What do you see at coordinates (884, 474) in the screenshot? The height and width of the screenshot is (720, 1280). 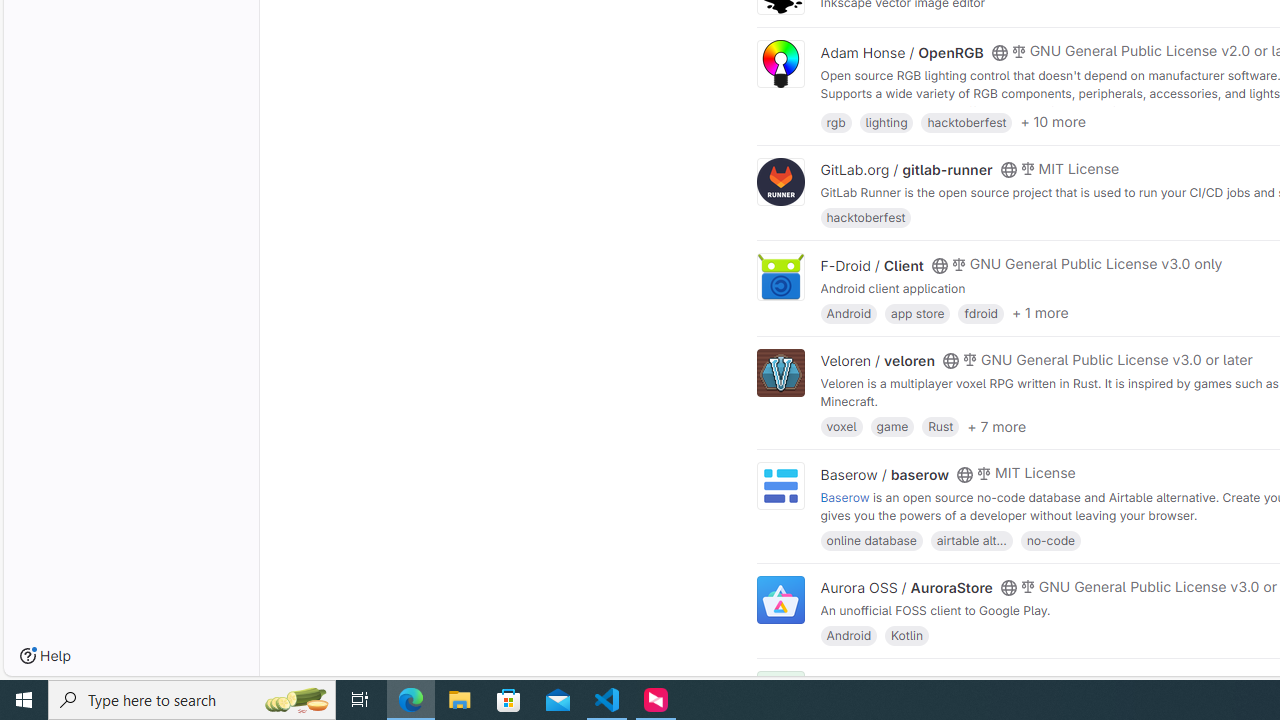 I see `'Baserow / baserow'` at bounding box center [884, 474].